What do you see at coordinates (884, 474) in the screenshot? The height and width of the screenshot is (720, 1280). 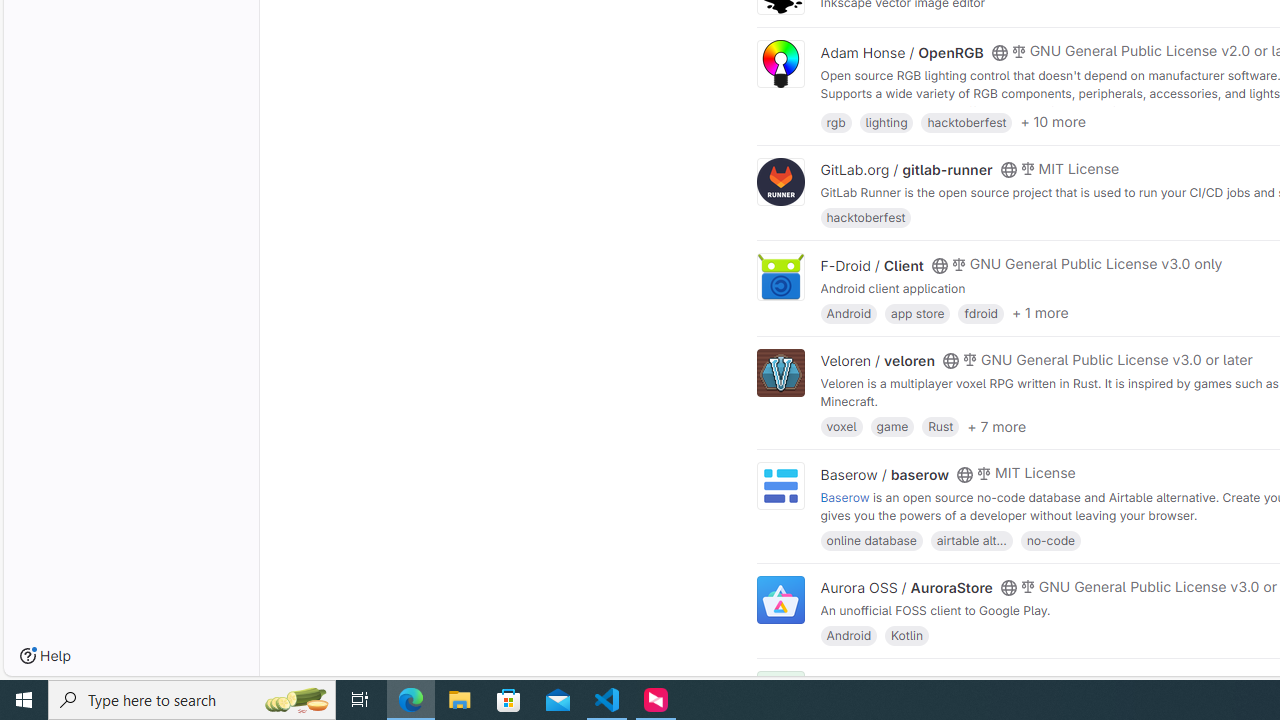 I see `'Baserow / baserow'` at bounding box center [884, 474].